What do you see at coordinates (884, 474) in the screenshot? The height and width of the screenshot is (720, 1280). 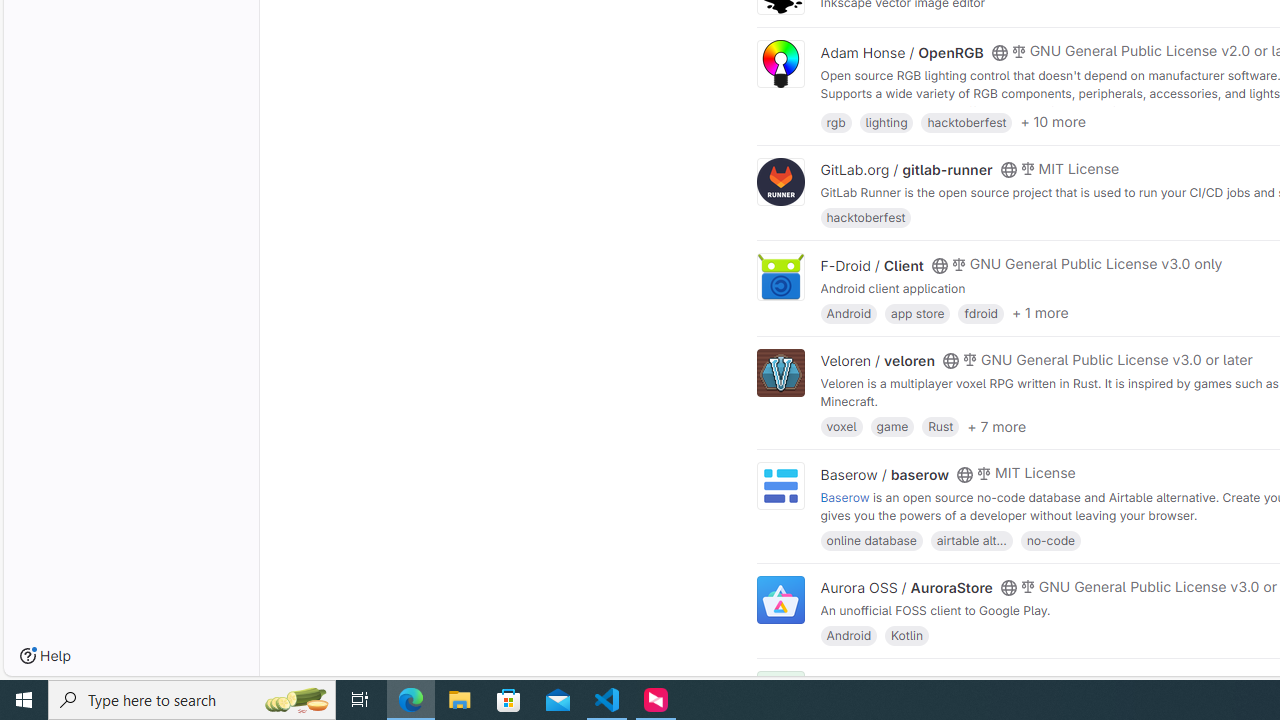 I see `'Baserow / baserow'` at bounding box center [884, 474].